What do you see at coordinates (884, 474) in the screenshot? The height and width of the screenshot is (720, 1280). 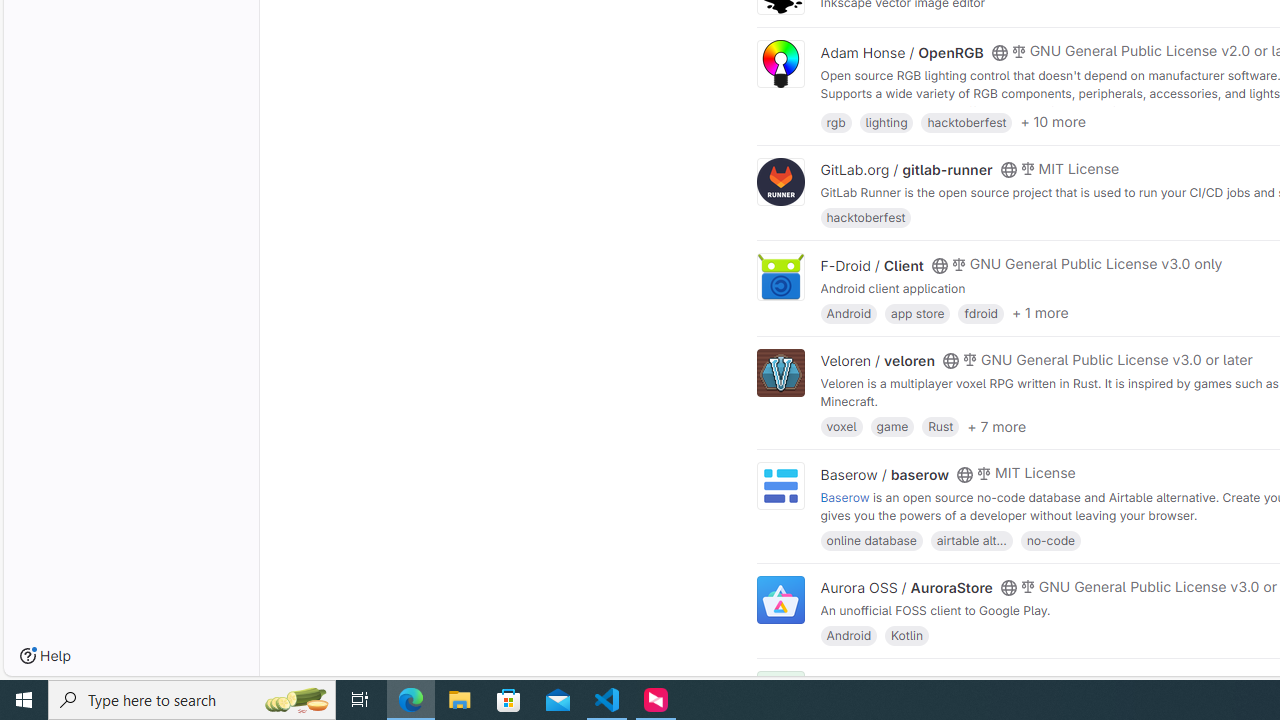 I see `'Baserow / baserow'` at bounding box center [884, 474].